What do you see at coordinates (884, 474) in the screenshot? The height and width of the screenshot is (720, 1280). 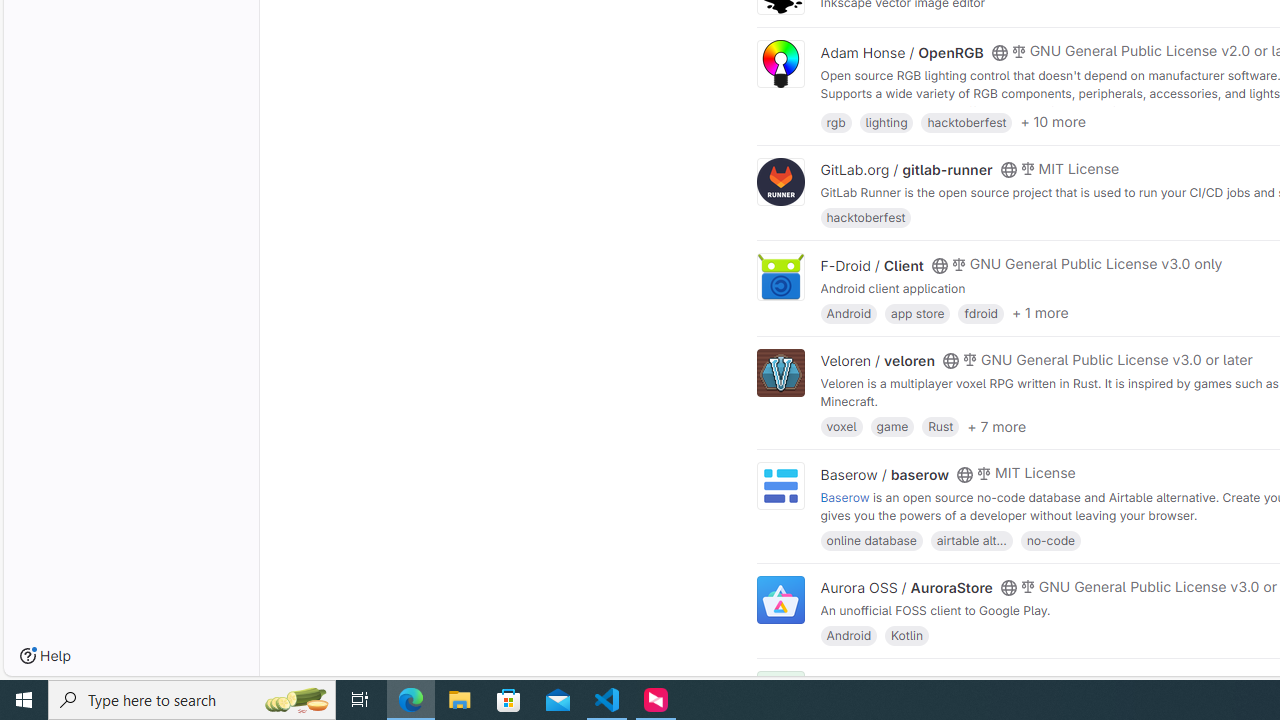 I see `'Baserow / baserow'` at bounding box center [884, 474].